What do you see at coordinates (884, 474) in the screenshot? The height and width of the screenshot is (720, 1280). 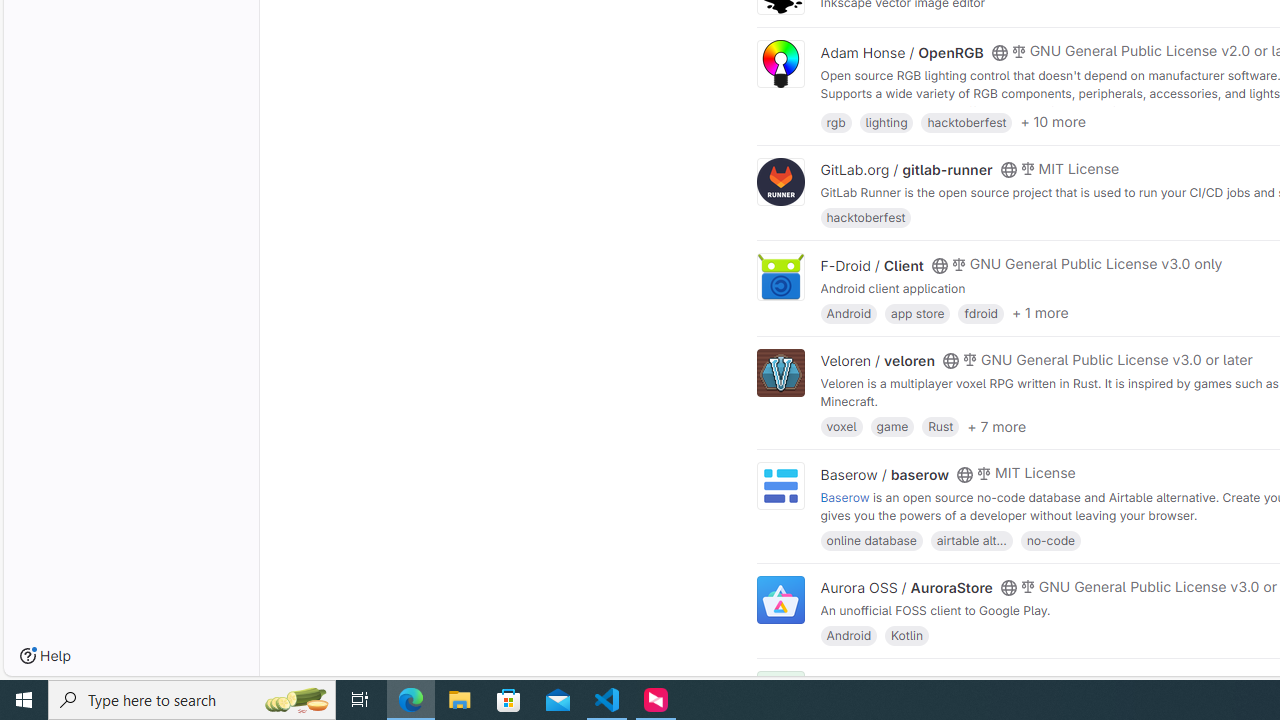 I see `'Baserow / baserow'` at bounding box center [884, 474].